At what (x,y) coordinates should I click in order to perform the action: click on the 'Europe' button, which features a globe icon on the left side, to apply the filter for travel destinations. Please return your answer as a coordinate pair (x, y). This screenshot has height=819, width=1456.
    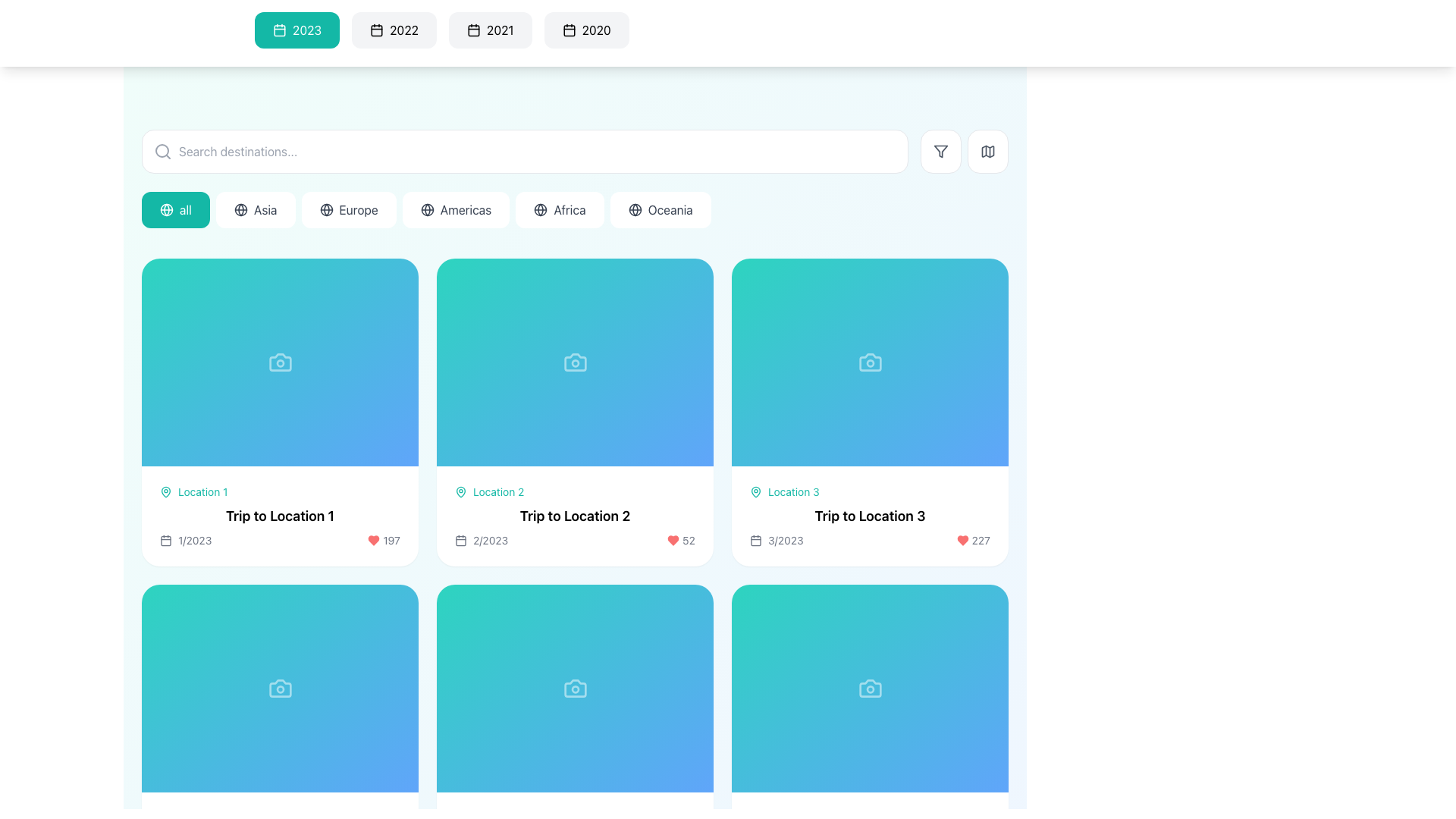
    Looking at the image, I should click on (325, 210).